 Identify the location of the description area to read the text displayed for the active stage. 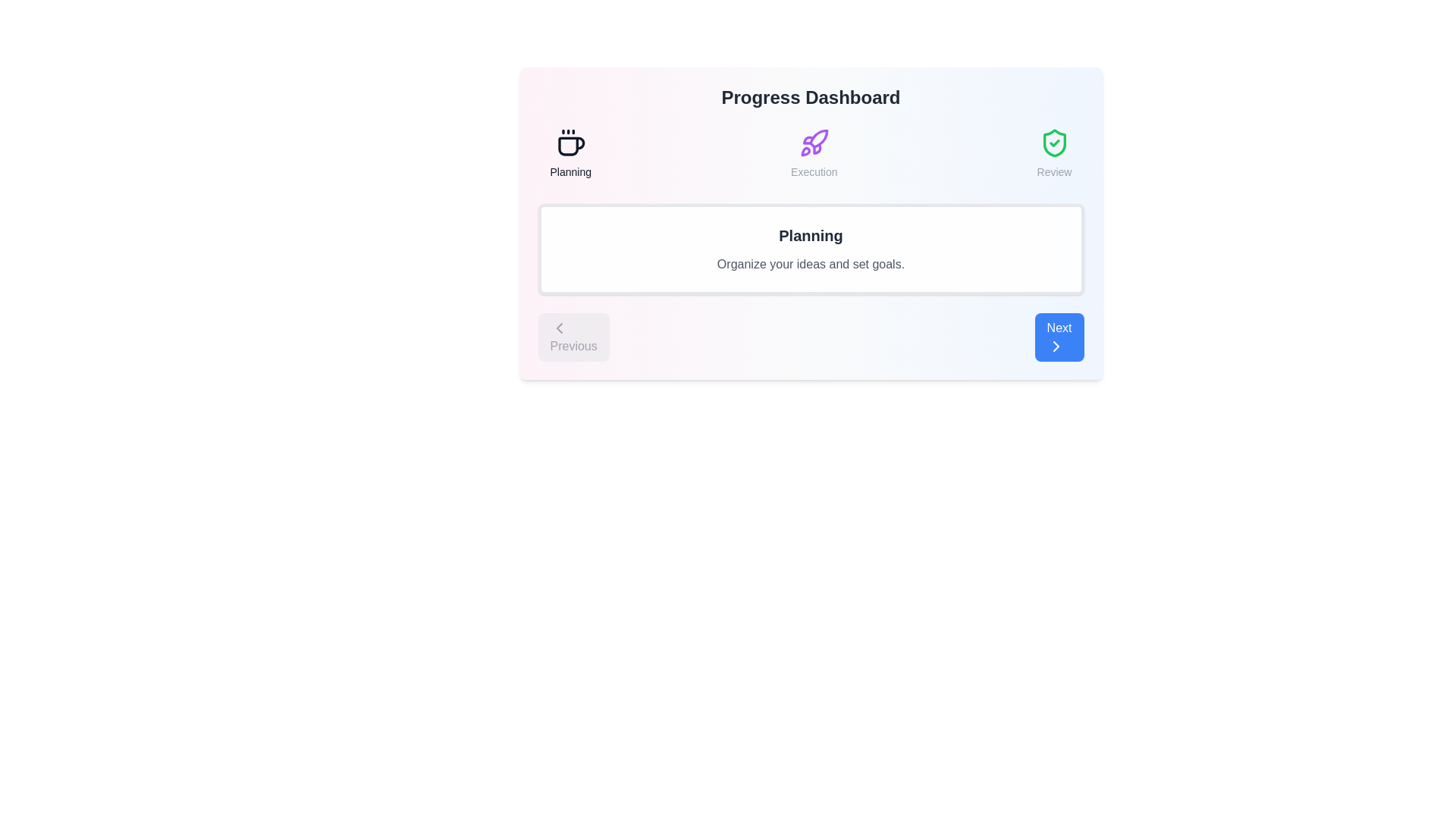
(810, 248).